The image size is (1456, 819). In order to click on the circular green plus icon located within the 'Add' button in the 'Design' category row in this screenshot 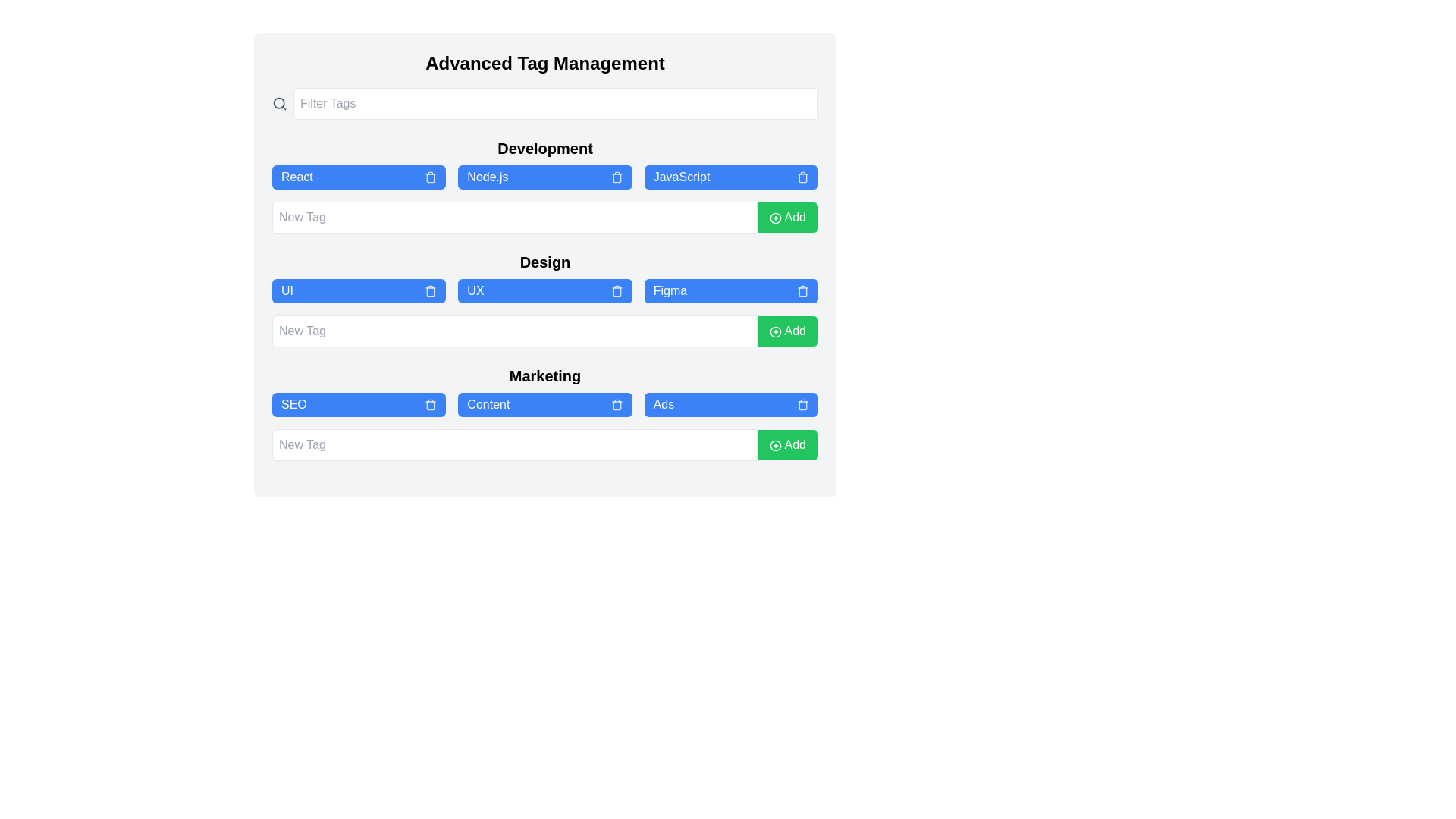, I will do `click(775, 331)`.